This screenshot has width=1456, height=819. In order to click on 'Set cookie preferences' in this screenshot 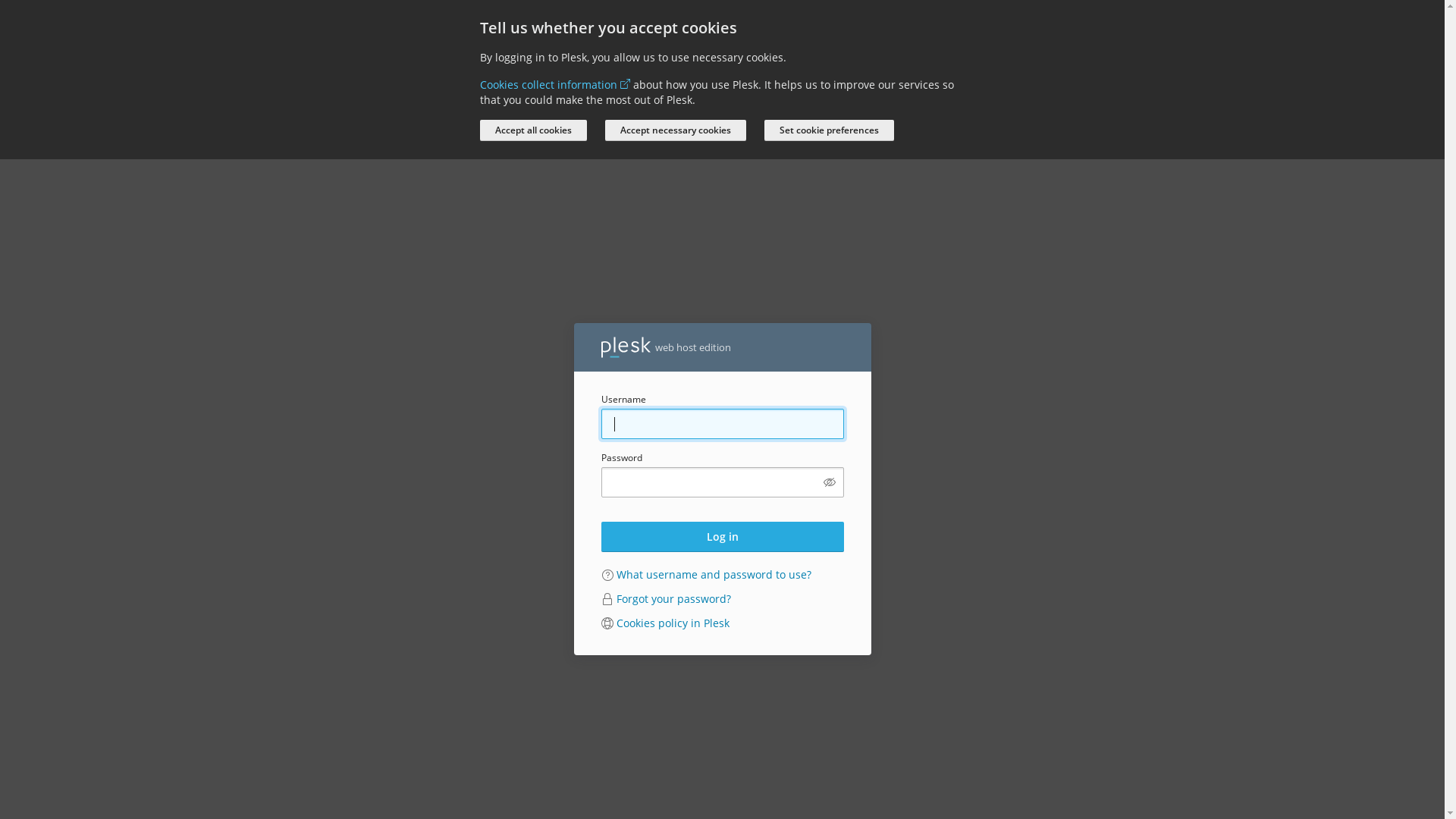, I will do `click(828, 130)`.